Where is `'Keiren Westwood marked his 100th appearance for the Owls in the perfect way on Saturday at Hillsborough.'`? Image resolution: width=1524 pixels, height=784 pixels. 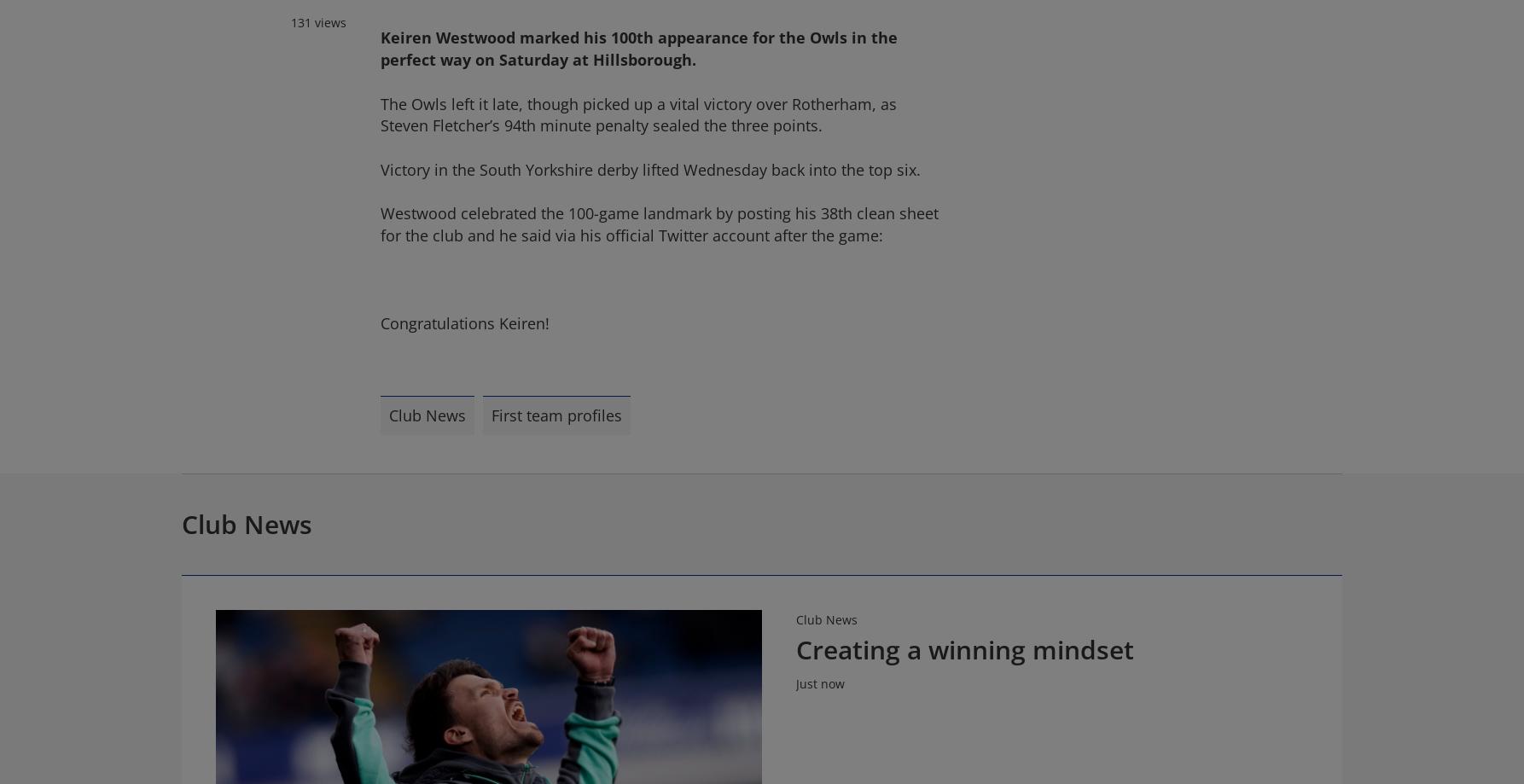 'Keiren Westwood marked his 100th appearance for the Owls in the perfect way on Saturday at Hillsborough.' is located at coordinates (638, 48).